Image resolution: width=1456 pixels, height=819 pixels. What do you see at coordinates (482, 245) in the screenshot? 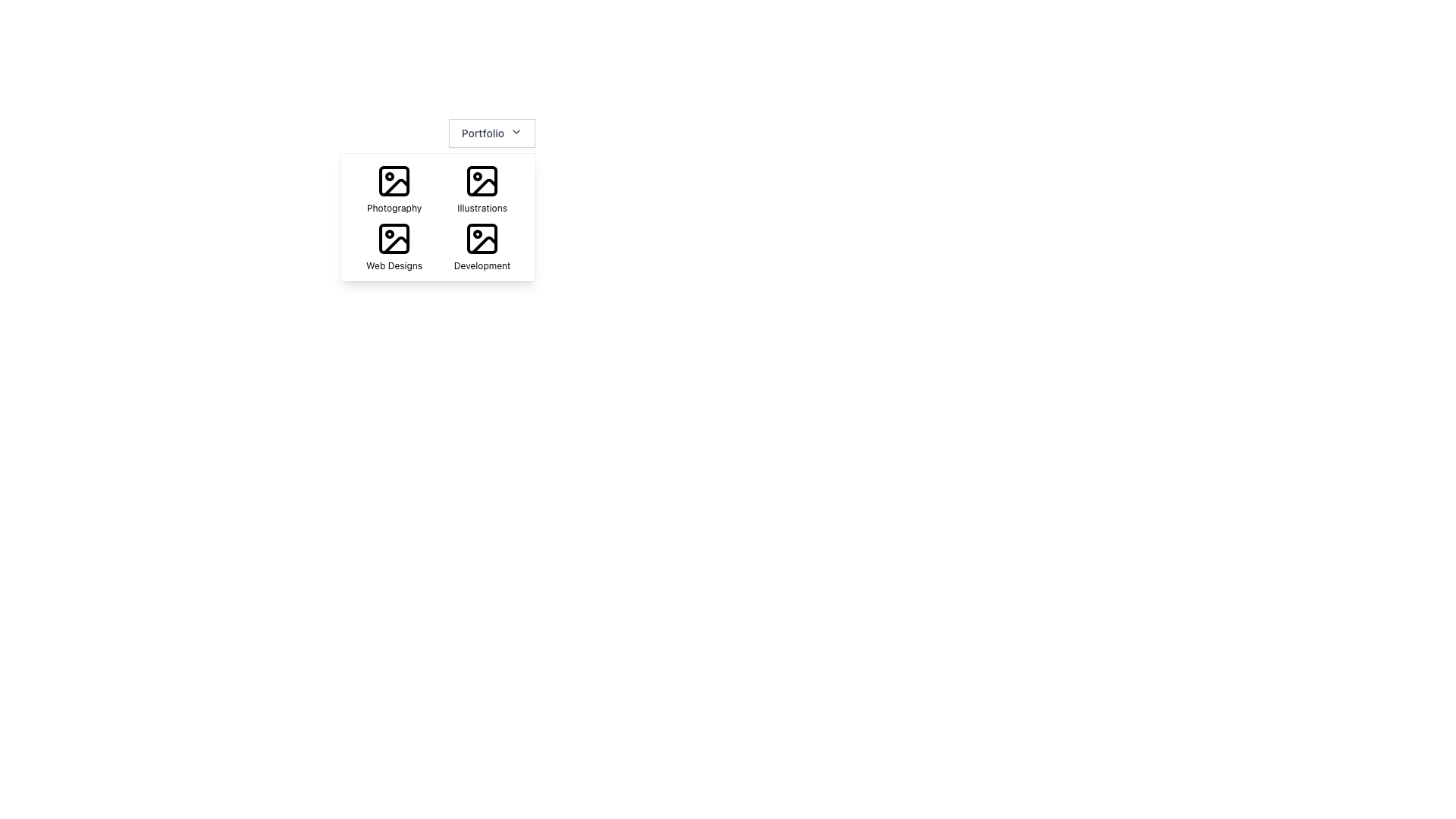
I see `the 'Development' icon with label located in the bottom-right corner of a 2x2 grid layout` at bounding box center [482, 245].